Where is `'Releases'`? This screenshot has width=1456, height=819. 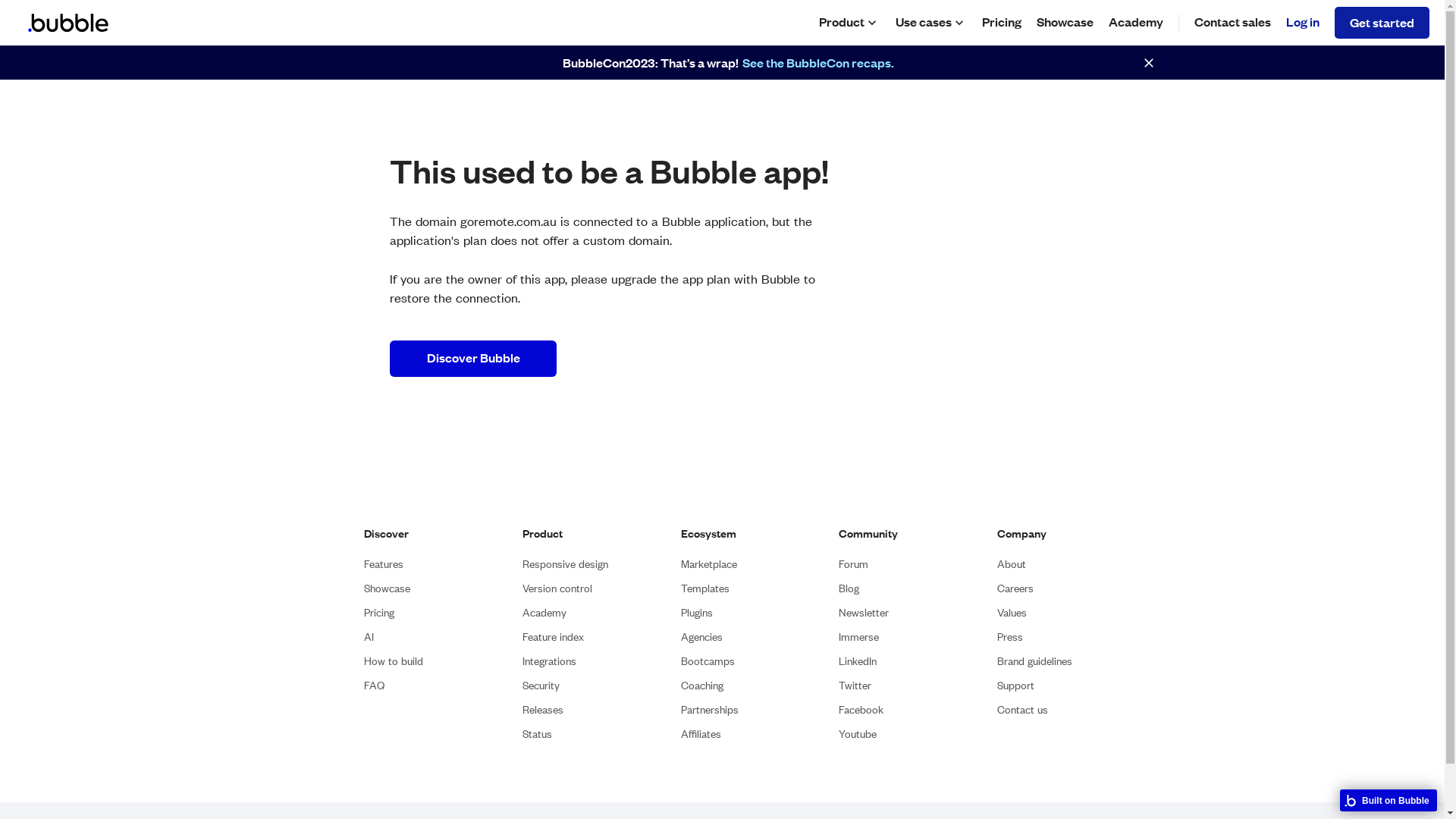
'Releases' is located at coordinates (542, 709).